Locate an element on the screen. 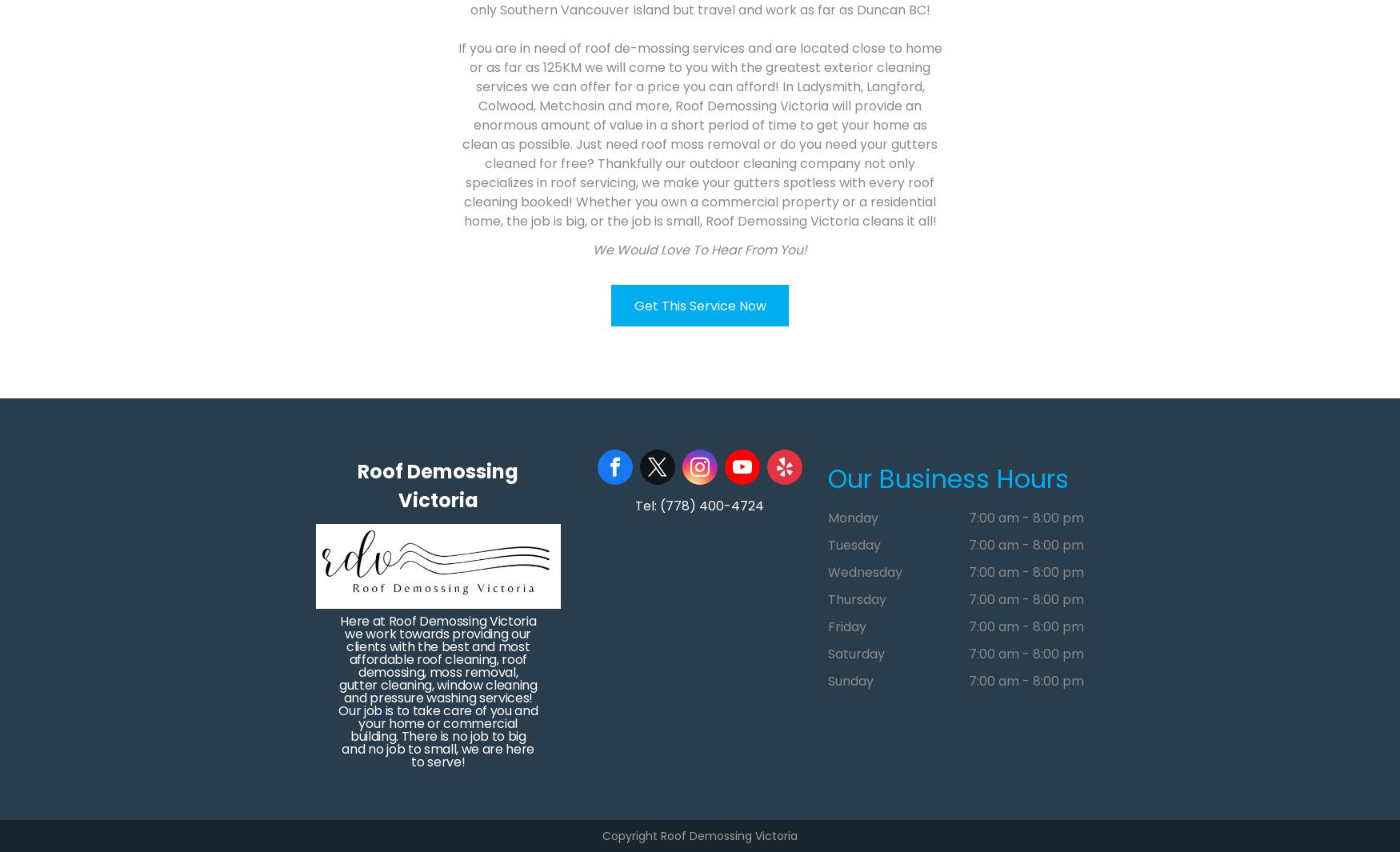  'Saturday' is located at coordinates (855, 654).